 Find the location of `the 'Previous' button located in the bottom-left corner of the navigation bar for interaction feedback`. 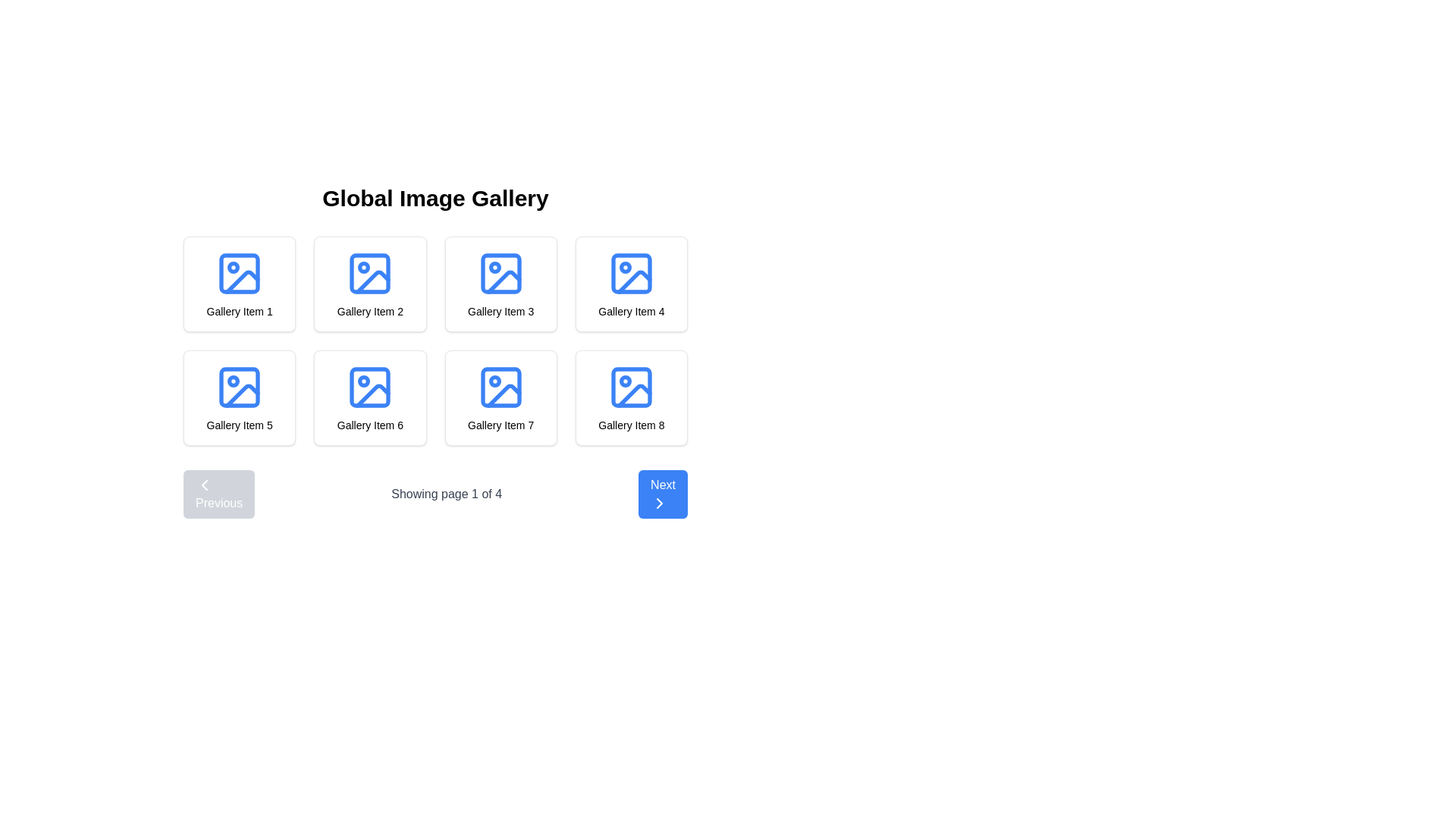

the 'Previous' button located in the bottom-left corner of the navigation bar for interaction feedback is located at coordinates (218, 494).